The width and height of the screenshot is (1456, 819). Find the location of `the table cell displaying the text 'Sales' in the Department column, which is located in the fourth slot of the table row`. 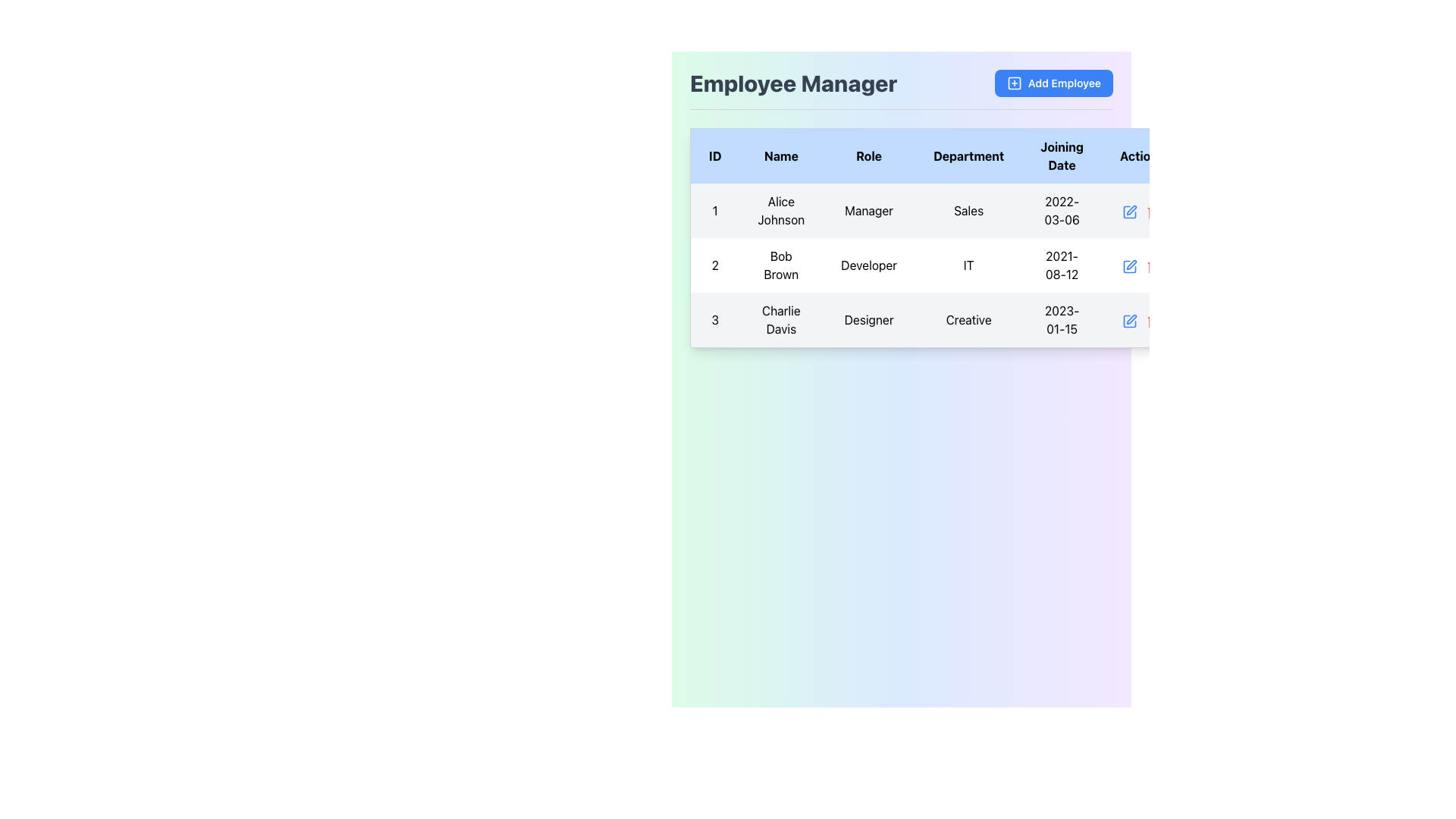

the table cell displaying the text 'Sales' in the Department column, which is located in the fourth slot of the table row is located at coordinates (968, 210).